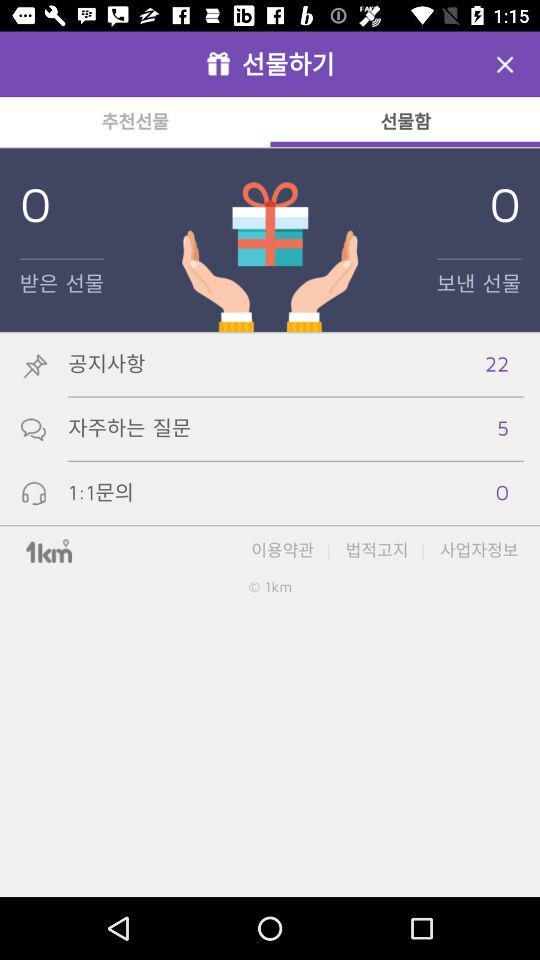 This screenshot has height=960, width=540. What do you see at coordinates (504, 64) in the screenshot?
I see `screen` at bounding box center [504, 64].